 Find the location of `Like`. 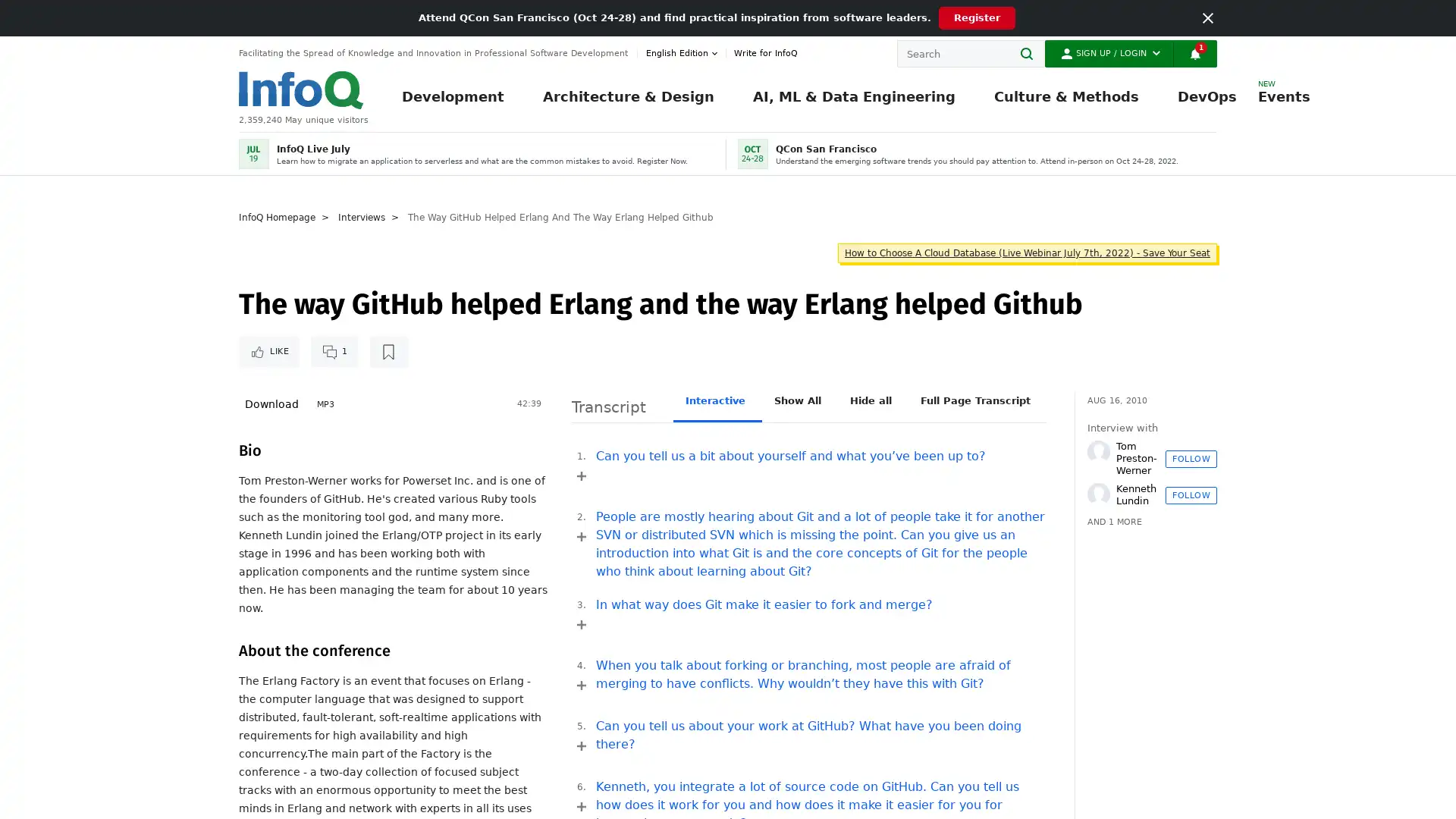

Like is located at coordinates (268, 351).